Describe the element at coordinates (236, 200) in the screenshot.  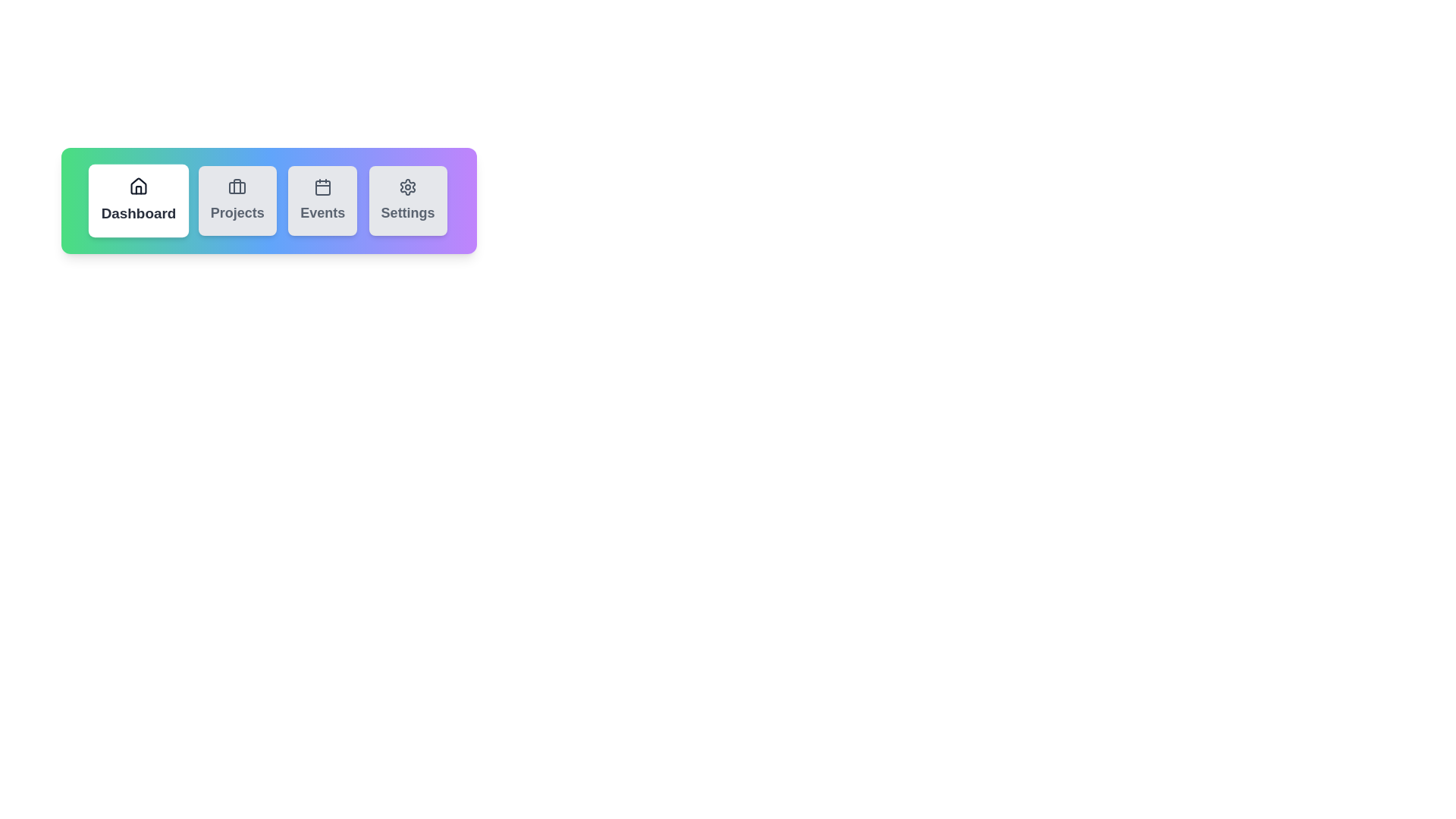
I see `the Projects tab to preview its hover effect` at that location.